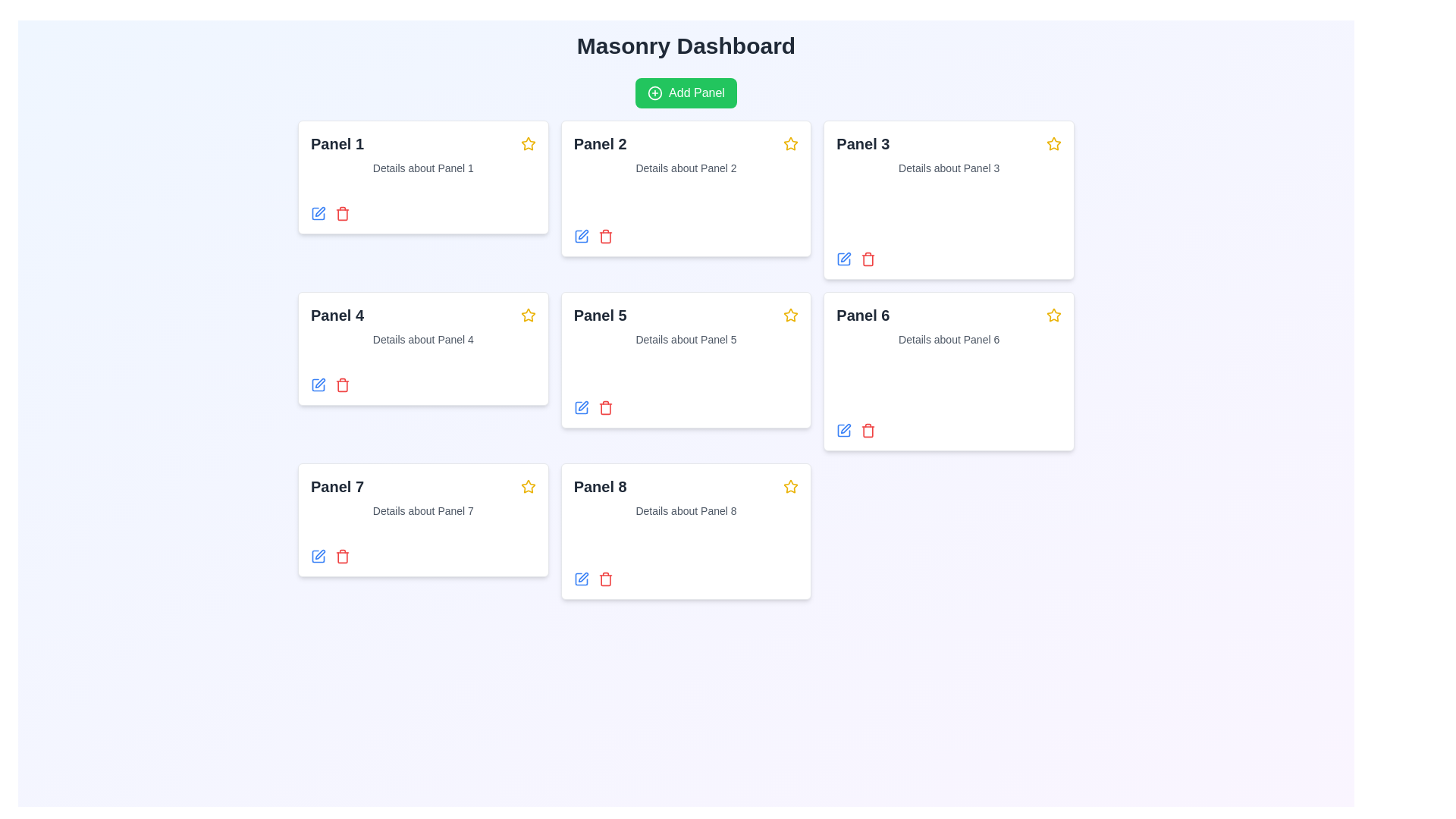  What do you see at coordinates (318, 213) in the screenshot?
I see `the edit button located in the first column under 'Panel 1'` at bounding box center [318, 213].